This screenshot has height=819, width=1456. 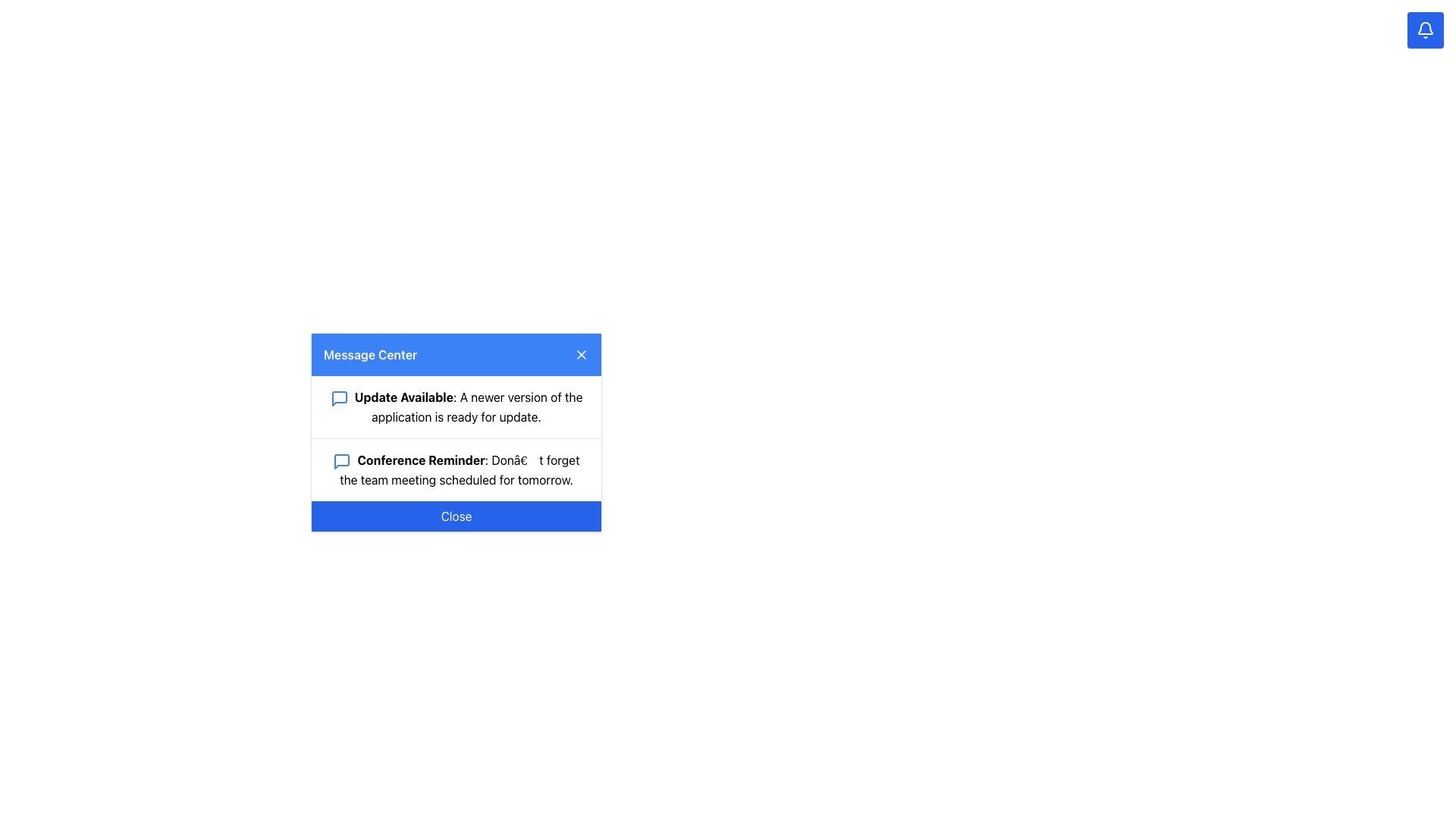 What do you see at coordinates (581, 354) in the screenshot?
I see `the small square 'X' button with a blue background located at the top-right corner of the 'Message Center' header bar` at bounding box center [581, 354].